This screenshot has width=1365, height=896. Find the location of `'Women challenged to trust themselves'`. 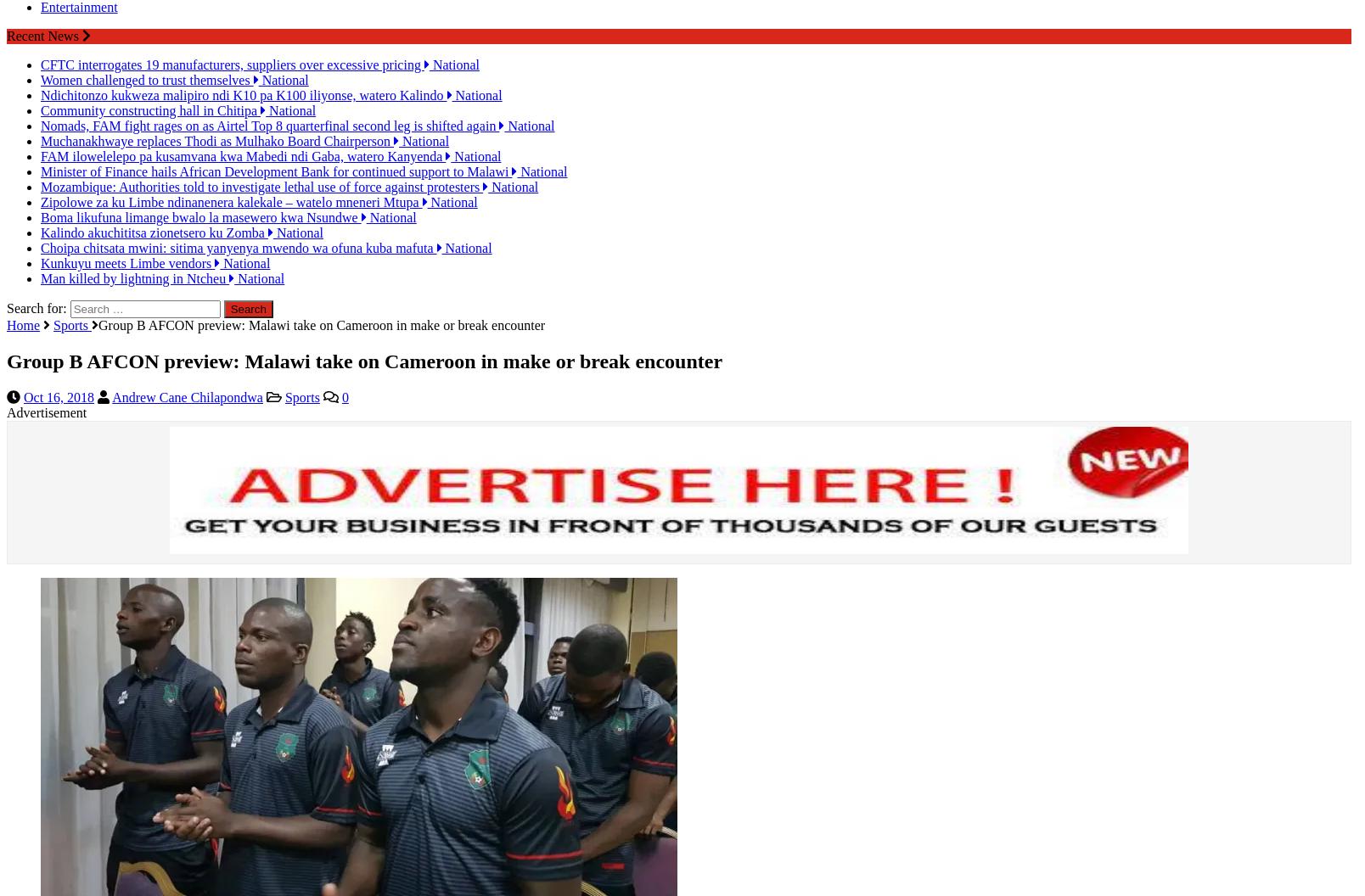

'Women challenged to trust themselves' is located at coordinates (146, 64).